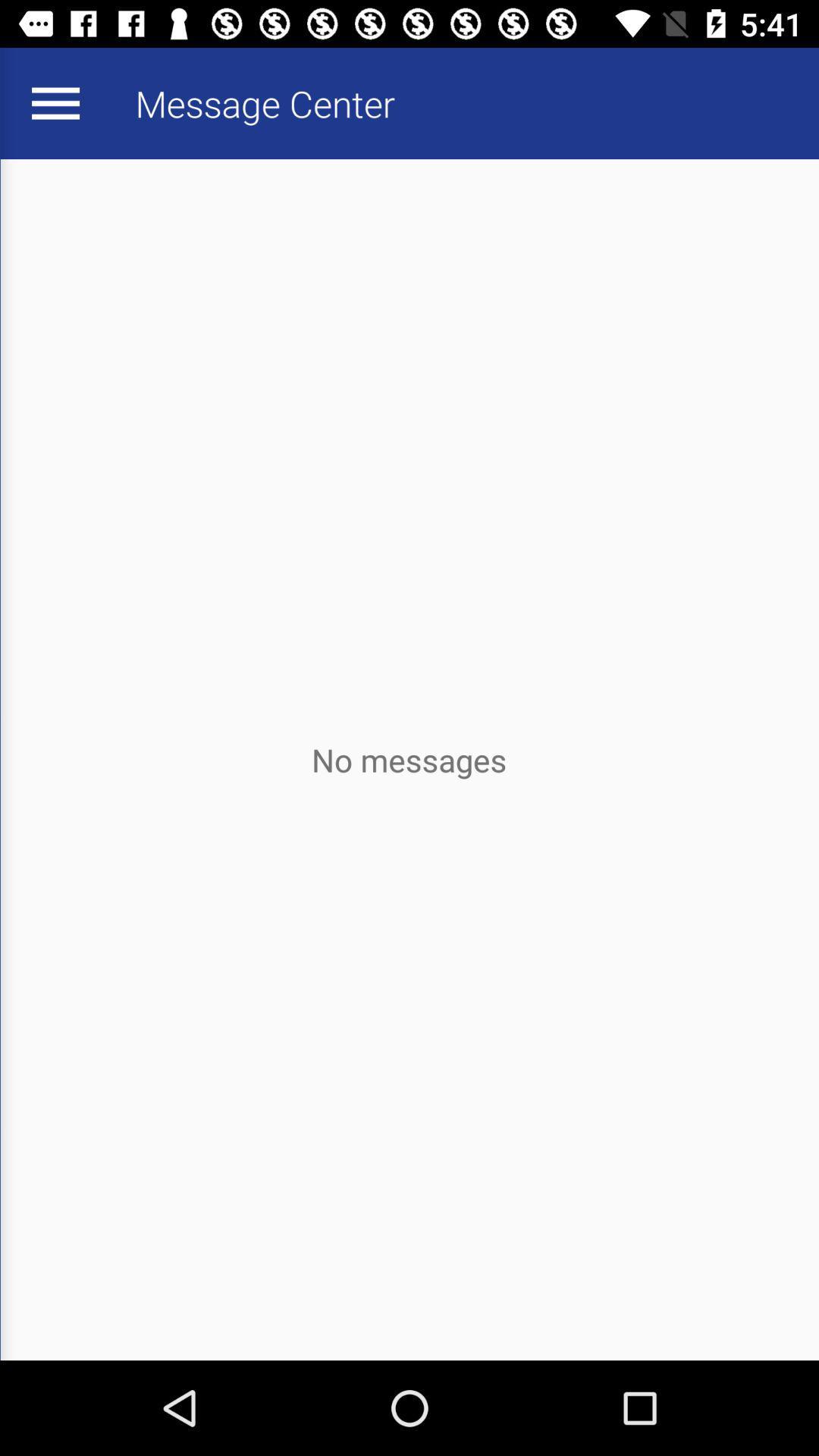  I want to click on open menu, so click(55, 102).